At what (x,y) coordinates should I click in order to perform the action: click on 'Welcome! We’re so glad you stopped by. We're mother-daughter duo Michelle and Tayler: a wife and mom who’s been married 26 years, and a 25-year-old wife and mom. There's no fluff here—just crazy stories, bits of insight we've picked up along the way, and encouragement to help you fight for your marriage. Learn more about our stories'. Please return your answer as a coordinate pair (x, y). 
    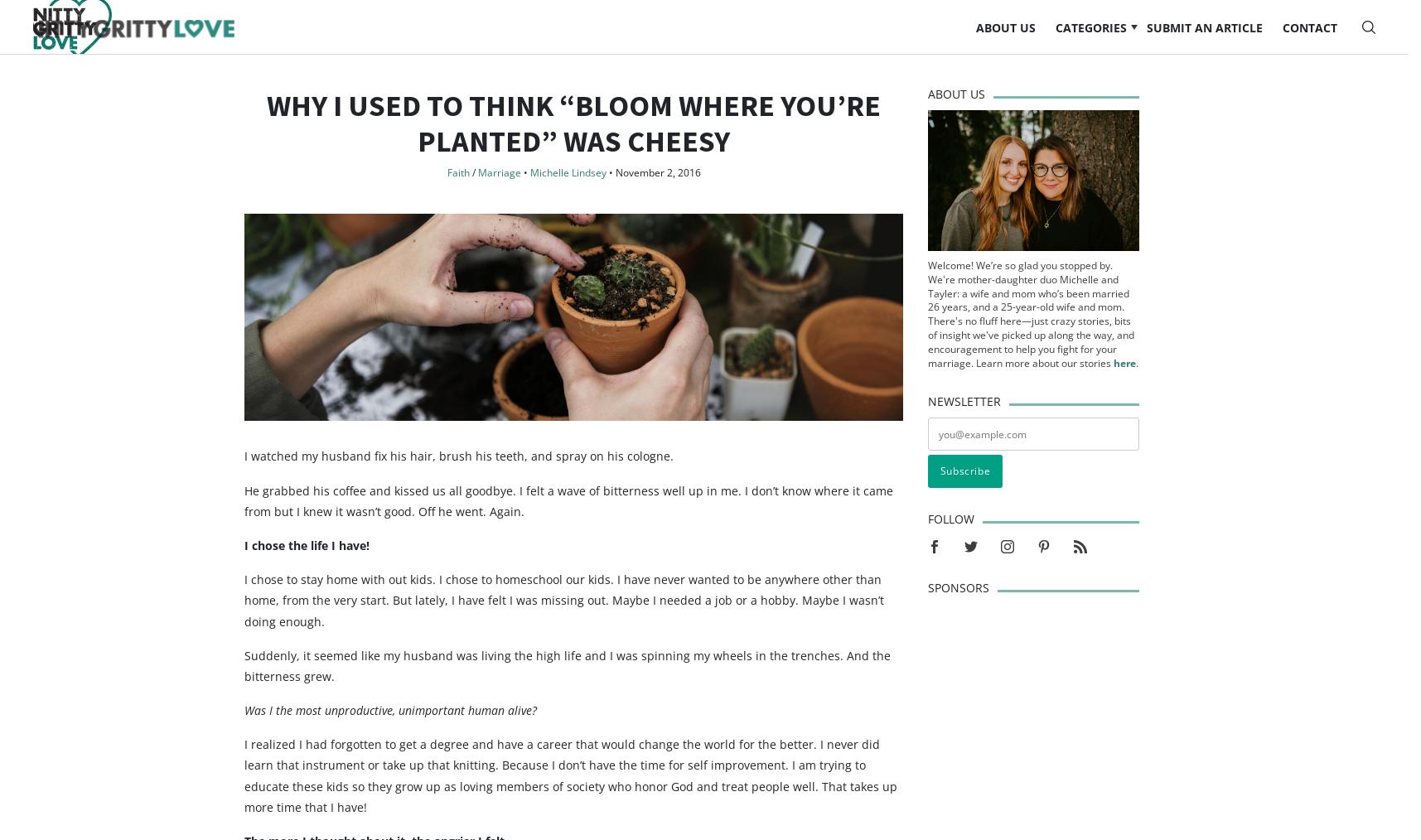
    Looking at the image, I should click on (1030, 345).